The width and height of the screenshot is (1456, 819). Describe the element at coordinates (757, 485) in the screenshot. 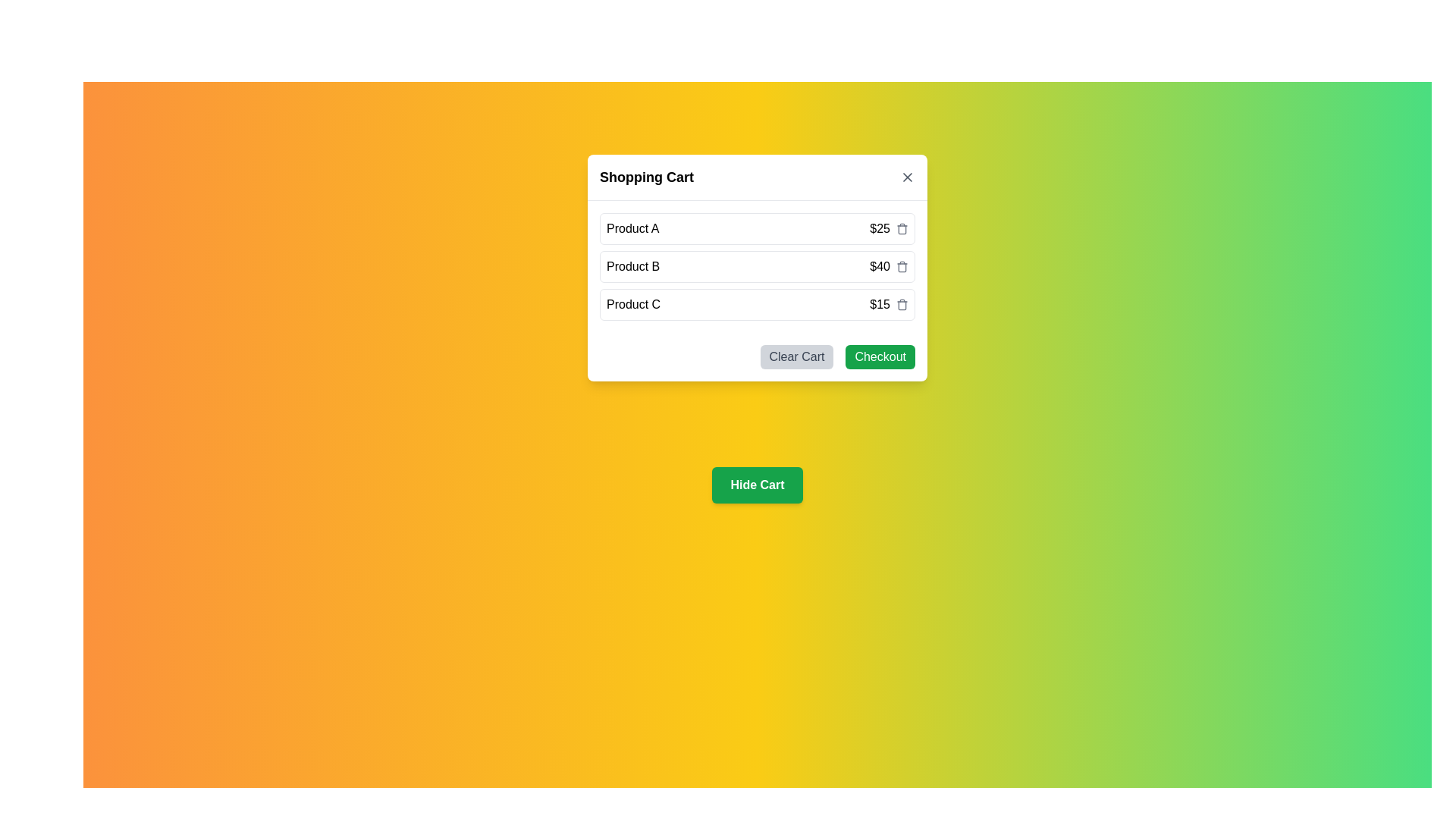

I see `the 'Hide Cart' button, which is a rectangular button with a green background and white text, positioned beneath the shopping cart panel` at that location.